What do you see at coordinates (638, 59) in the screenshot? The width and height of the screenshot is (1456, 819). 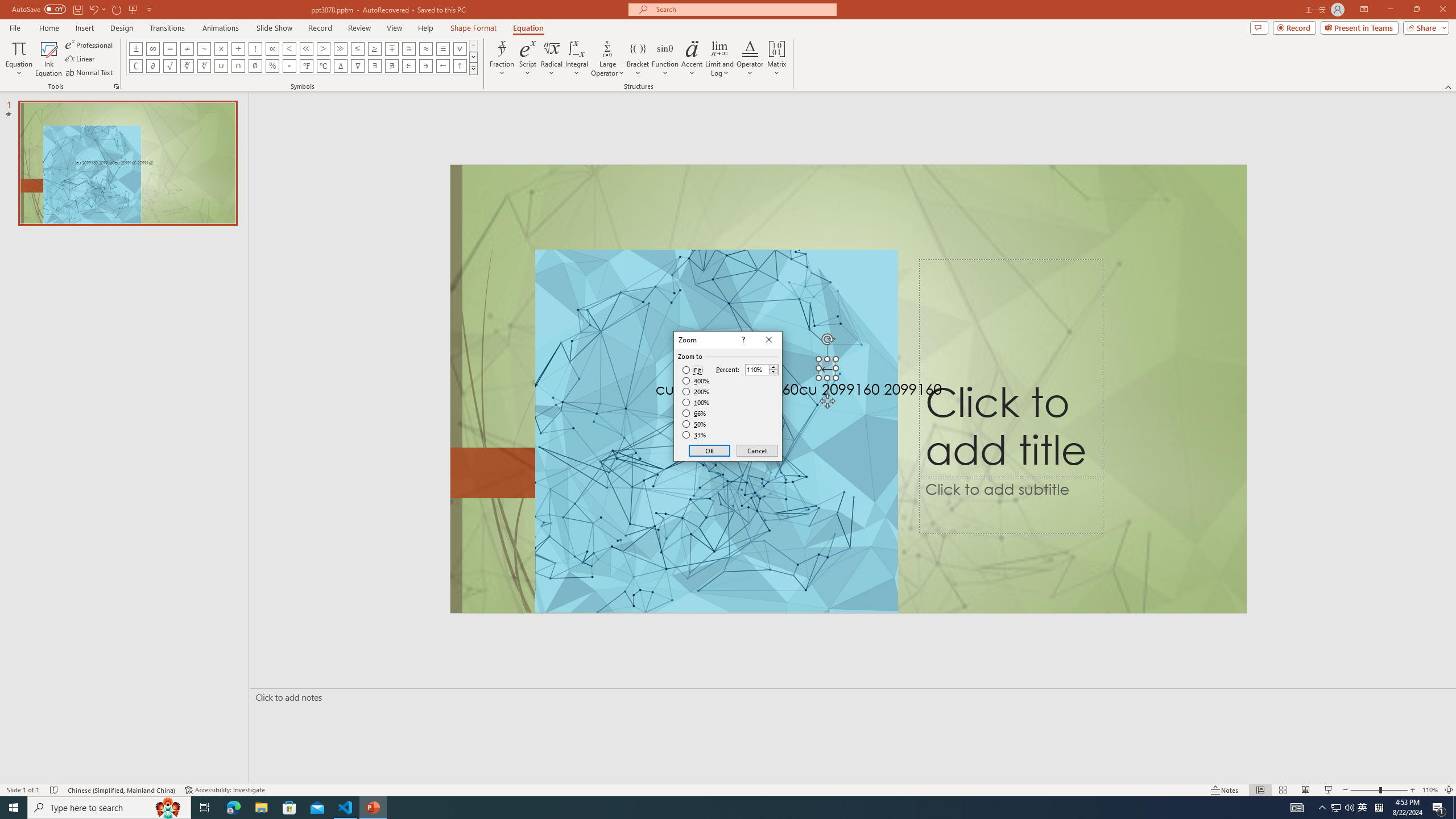 I see `'Bracket'` at bounding box center [638, 59].